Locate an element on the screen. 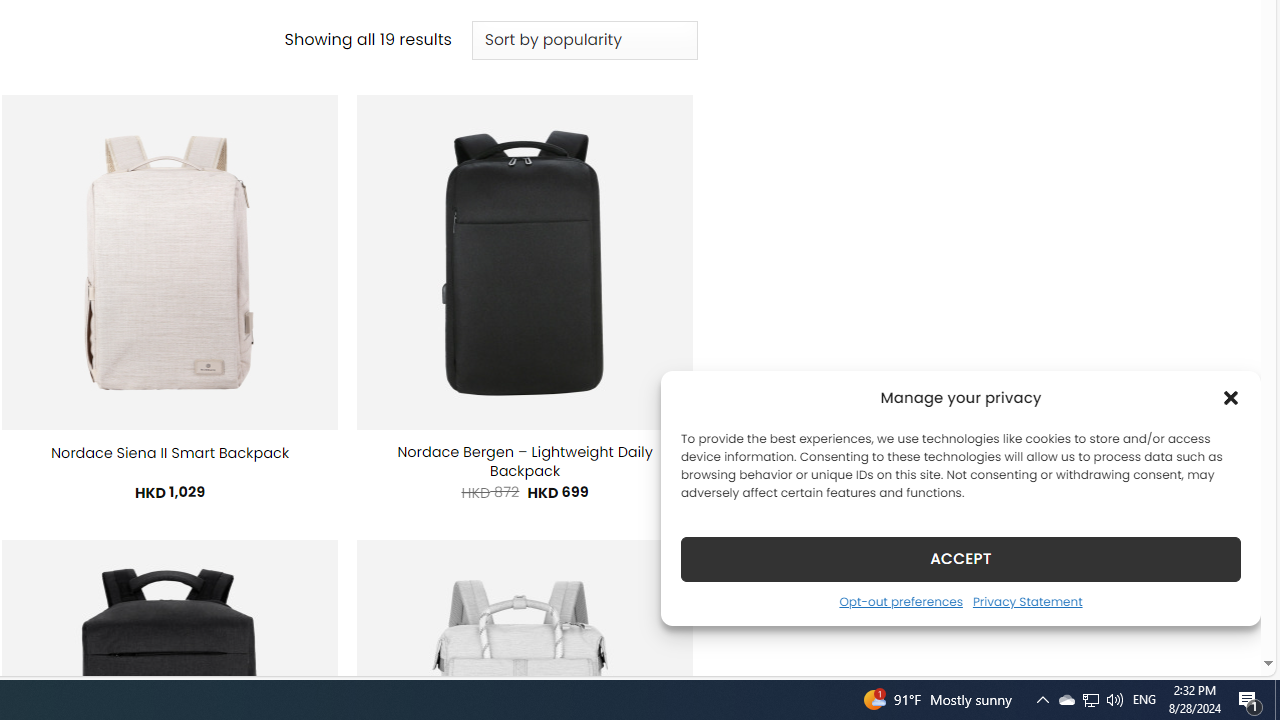 The image size is (1280, 720). 'Shop order' is located at coordinates (583, 41).